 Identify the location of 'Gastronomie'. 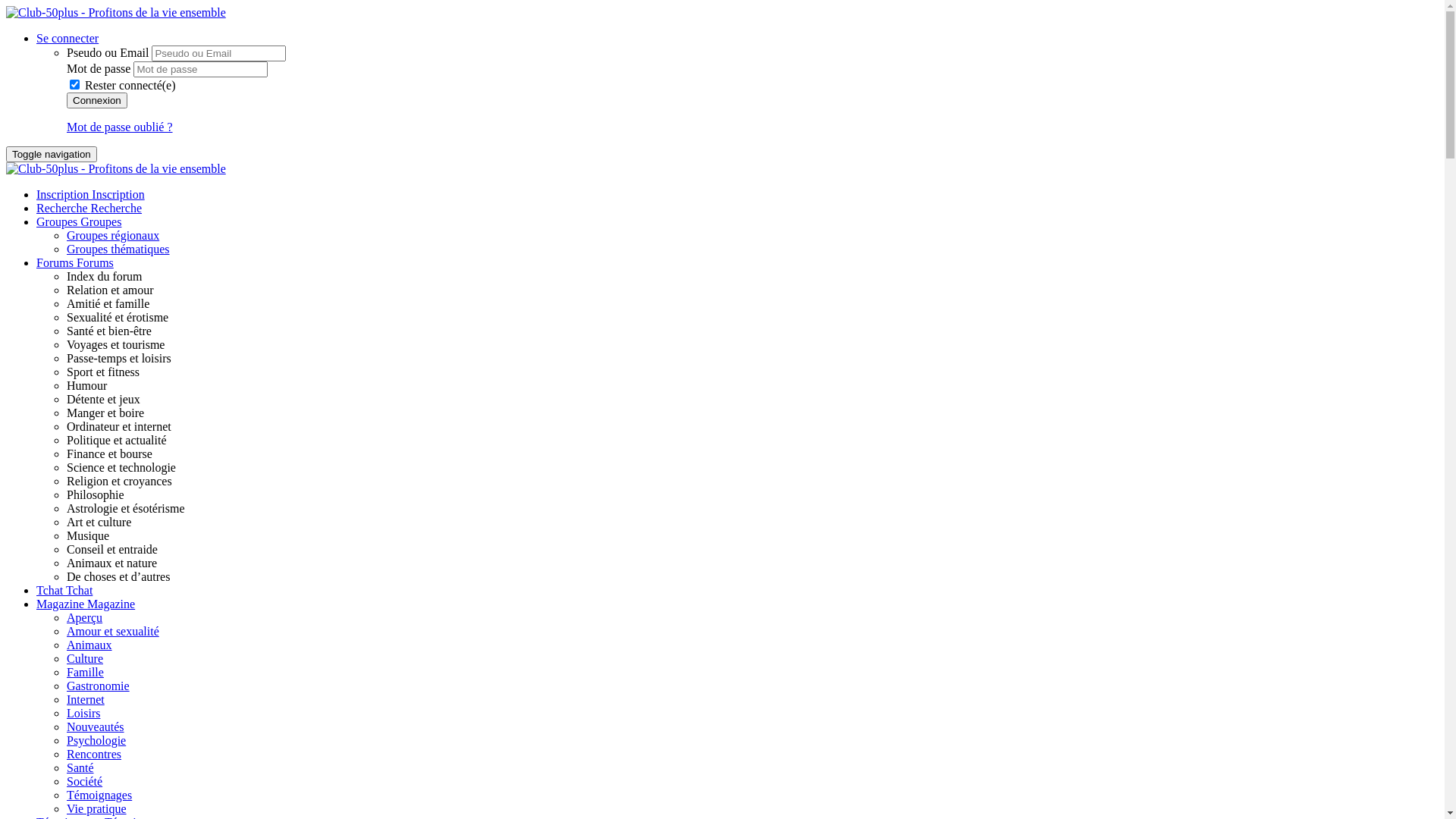
(97, 686).